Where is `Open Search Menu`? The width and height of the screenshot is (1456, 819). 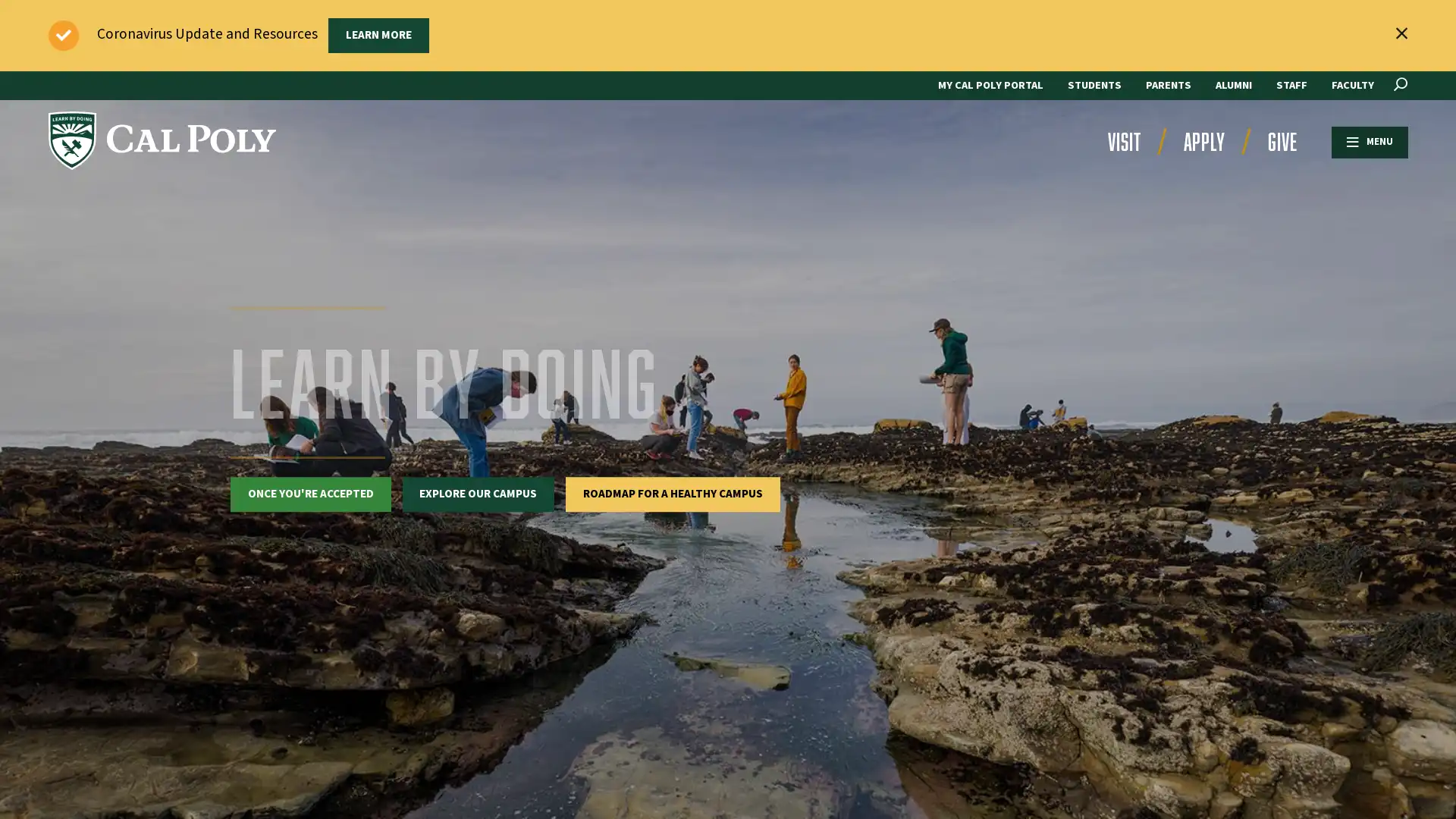
Open Search Menu is located at coordinates (1400, 84).